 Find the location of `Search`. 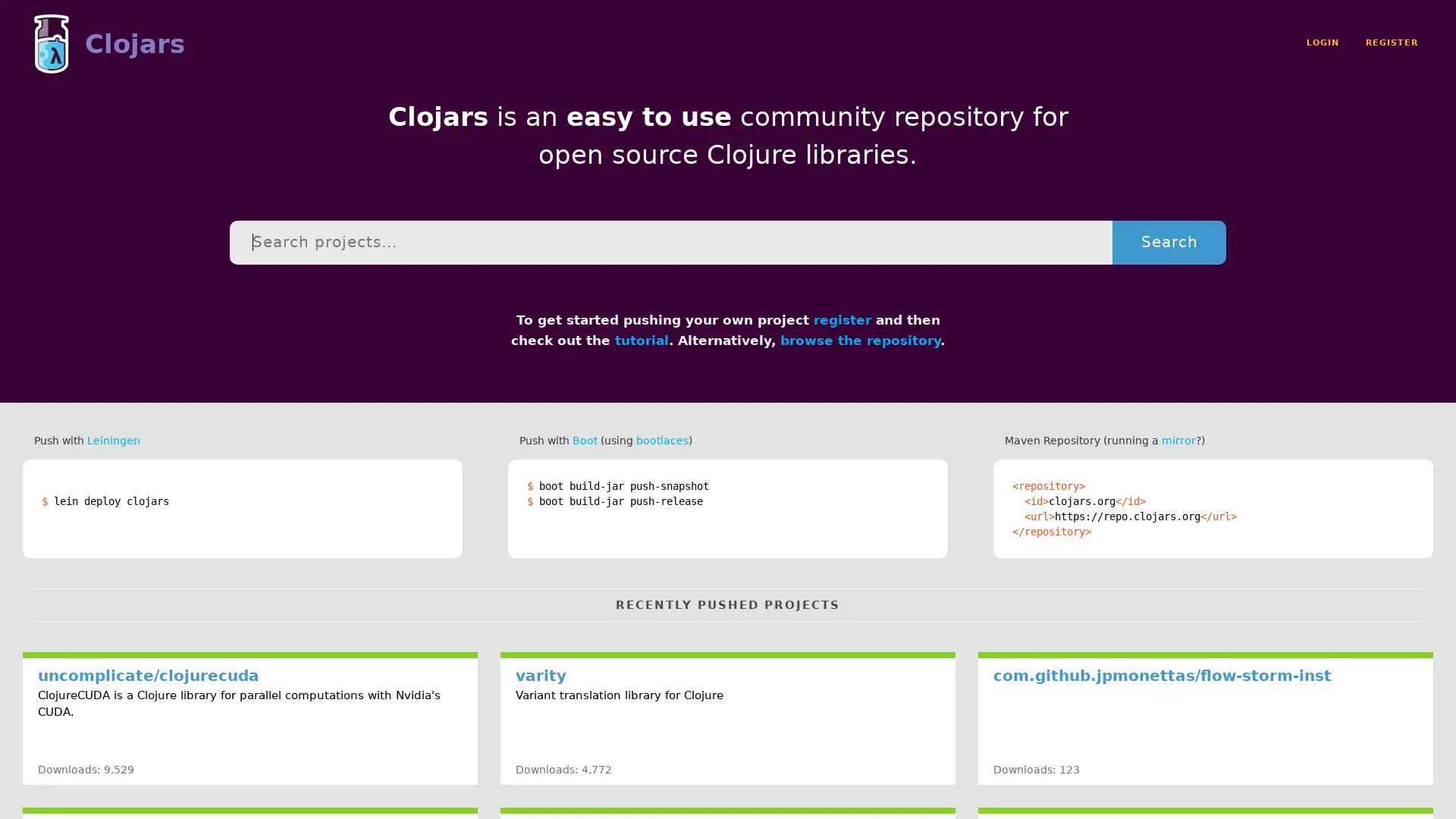

Search is located at coordinates (1168, 241).